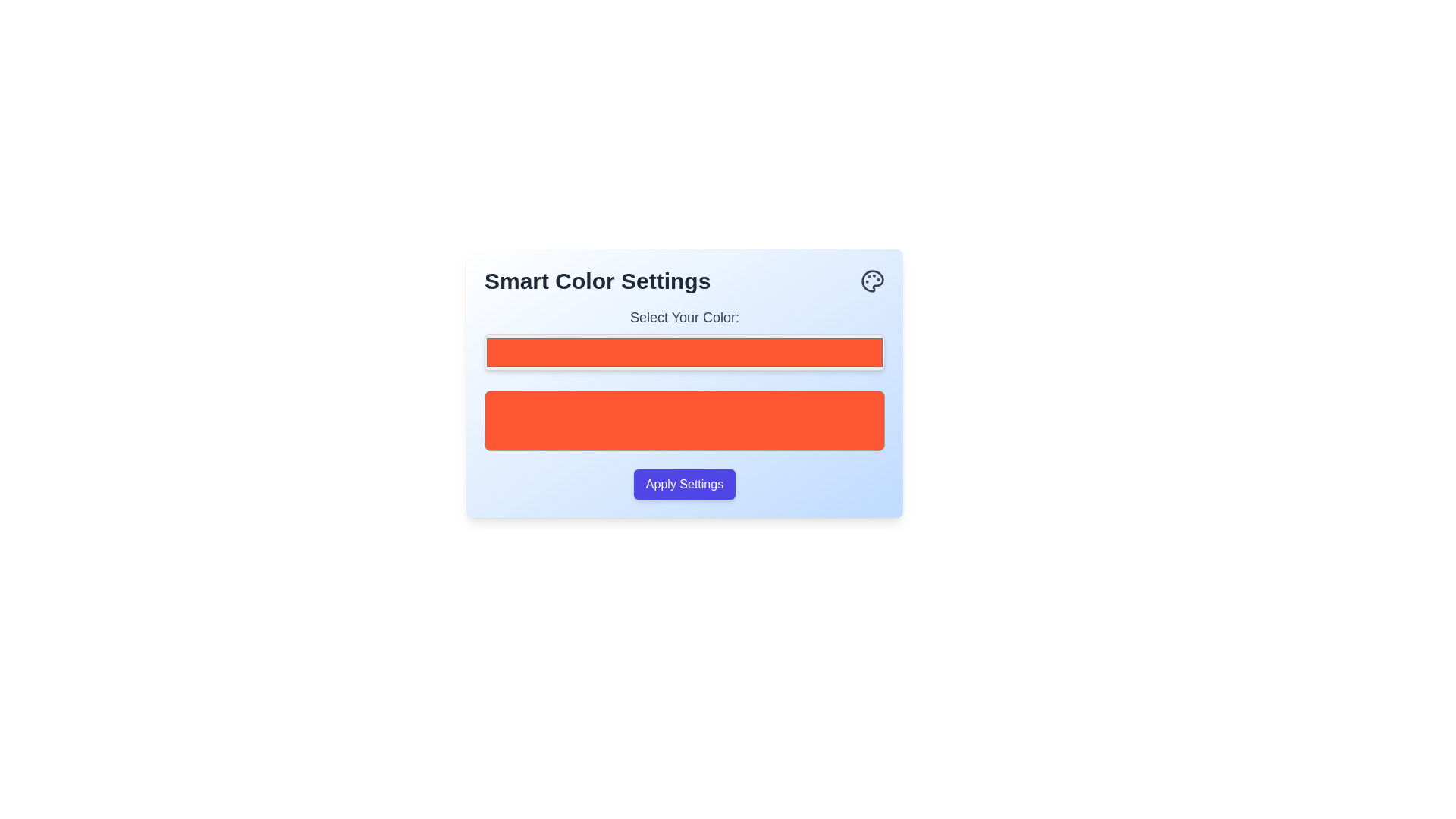 The image size is (1456, 819). I want to click on the display panel that reflects the chosen color, located below the color selector and above the 'Apply Settings' button, so click(683, 421).